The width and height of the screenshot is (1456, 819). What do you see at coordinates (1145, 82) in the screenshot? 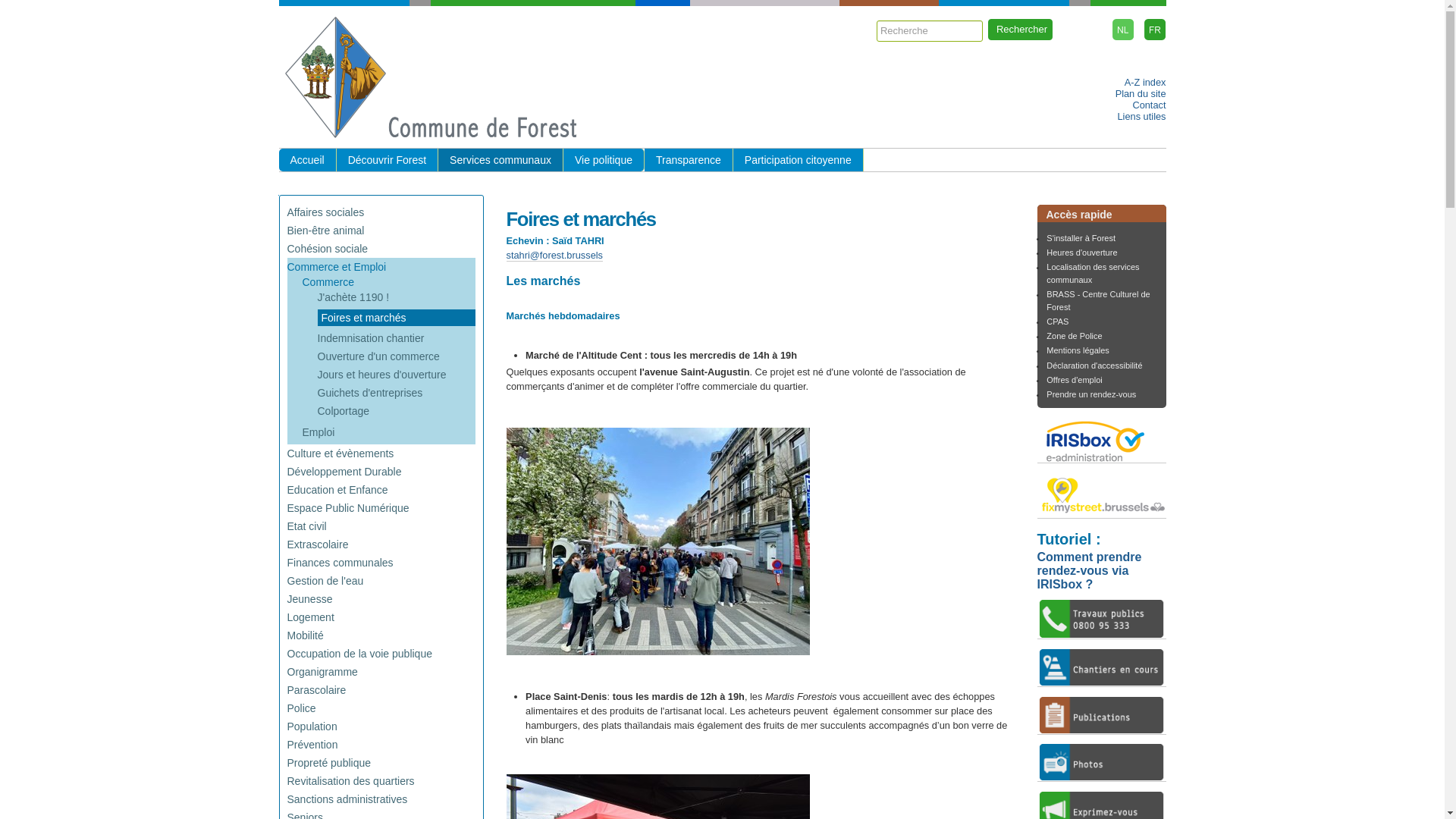
I see `'A-Z index'` at bounding box center [1145, 82].